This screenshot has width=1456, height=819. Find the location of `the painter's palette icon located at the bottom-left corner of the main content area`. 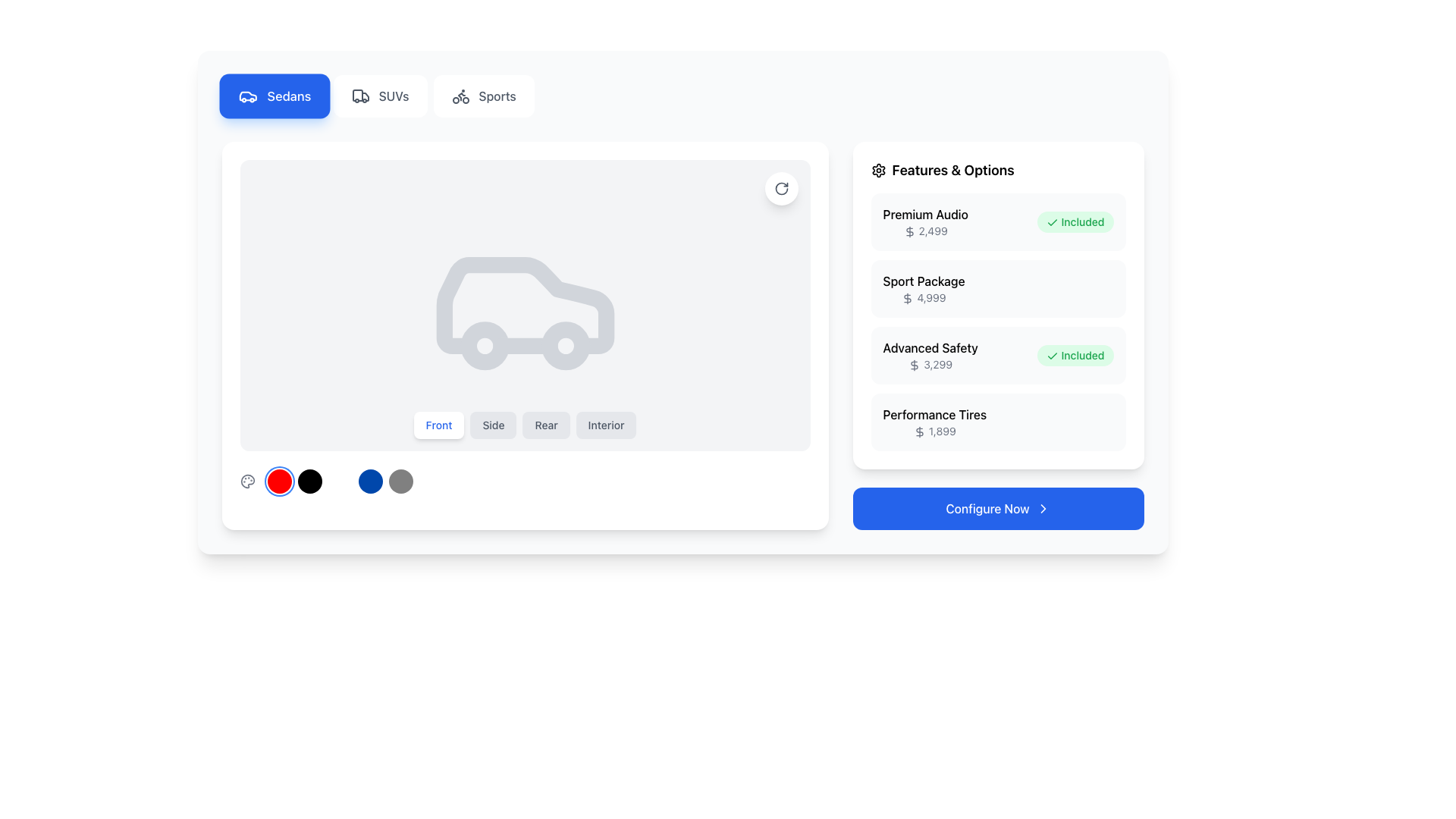

the painter's palette icon located at the bottom-left corner of the main content area is located at coordinates (247, 482).